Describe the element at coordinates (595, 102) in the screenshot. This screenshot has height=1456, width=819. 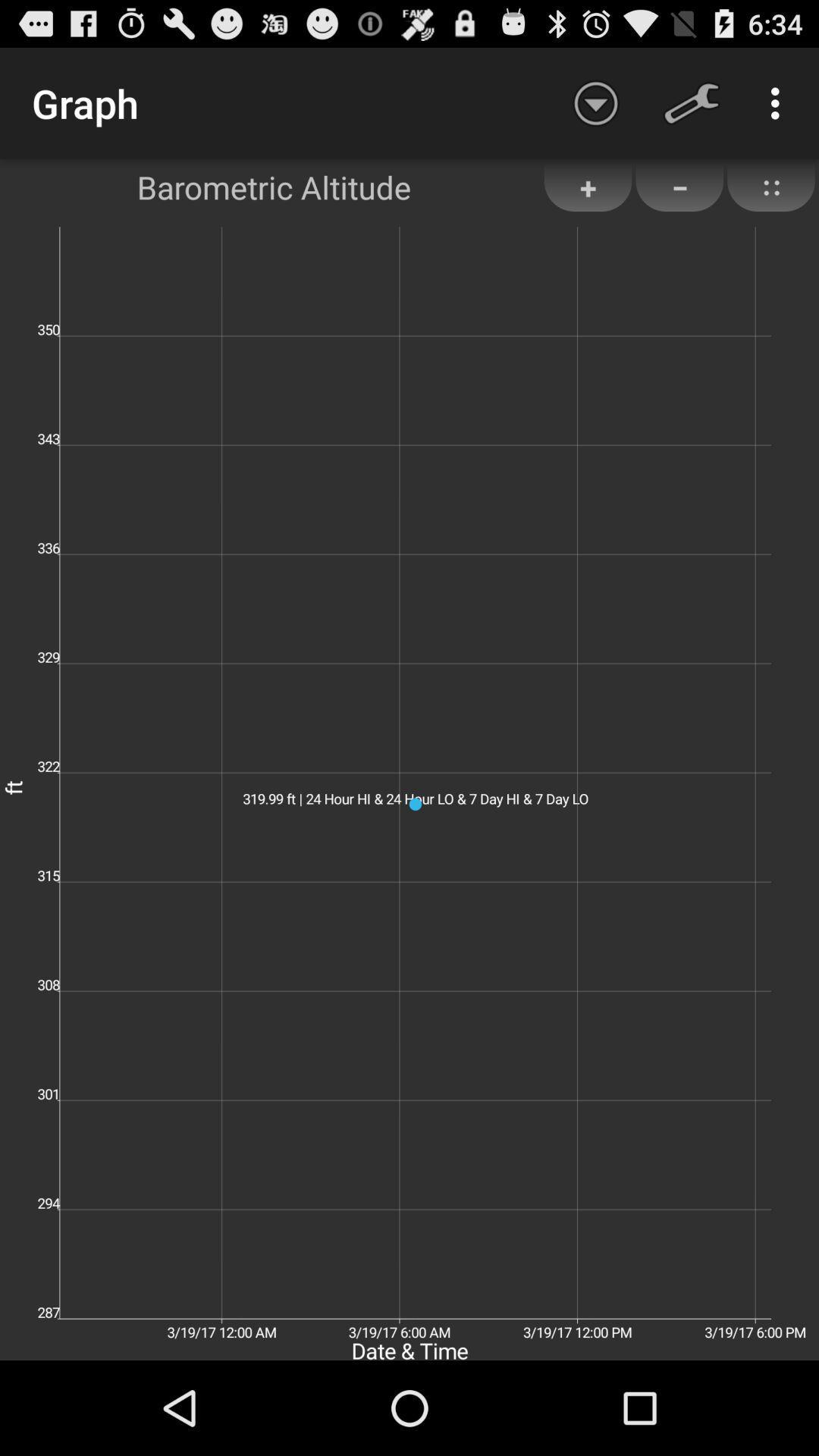
I see `app next to the barometric altitude` at that location.